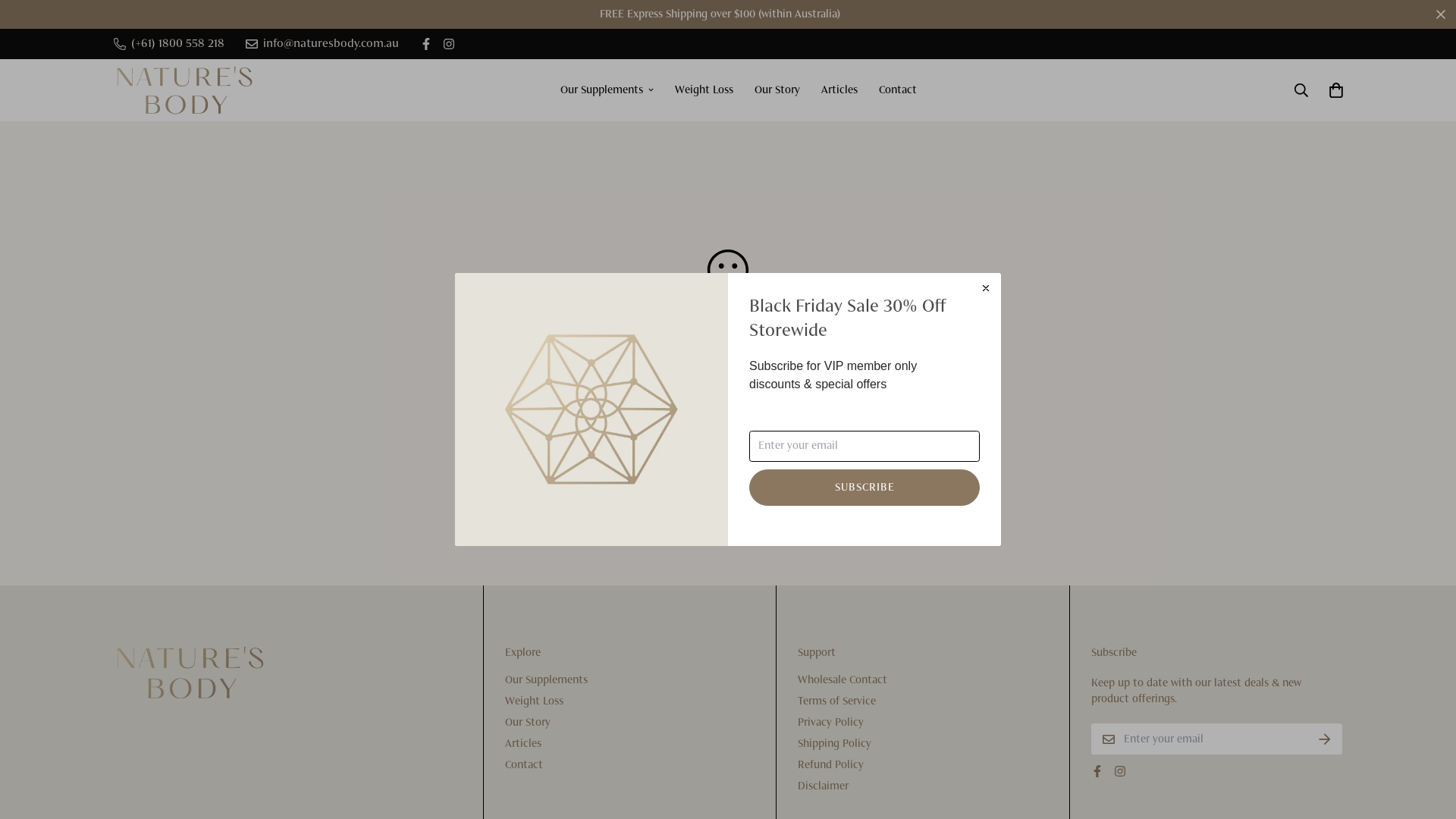 The width and height of the screenshot is (1456, 819). Describe the element at coordinates (234, 42) in the screenshot. I see `'info@naturesbody.com.au'` at that location.